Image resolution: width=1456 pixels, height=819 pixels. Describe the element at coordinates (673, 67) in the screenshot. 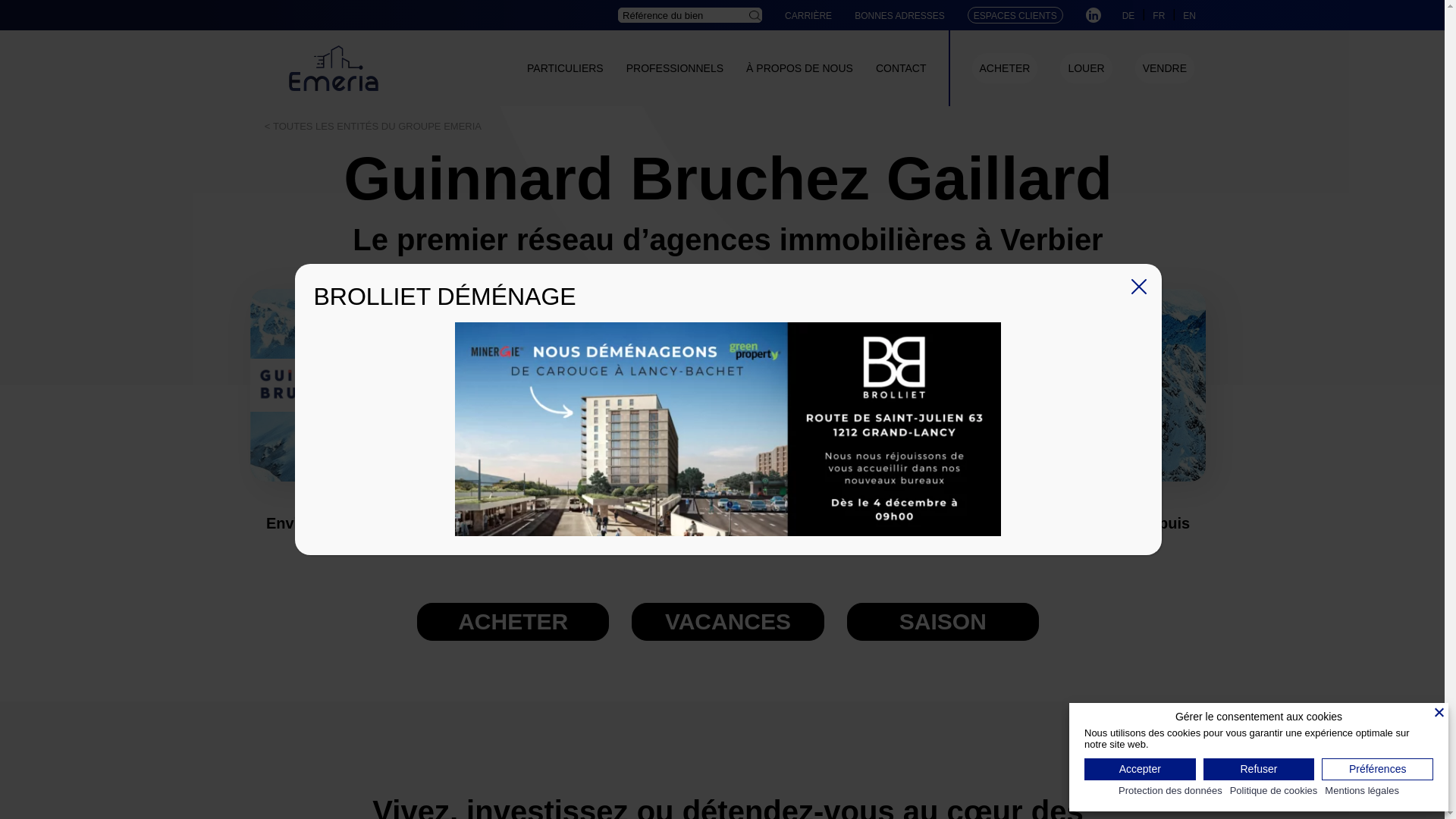

I see `'PROFESSIONNELS'` at that location.